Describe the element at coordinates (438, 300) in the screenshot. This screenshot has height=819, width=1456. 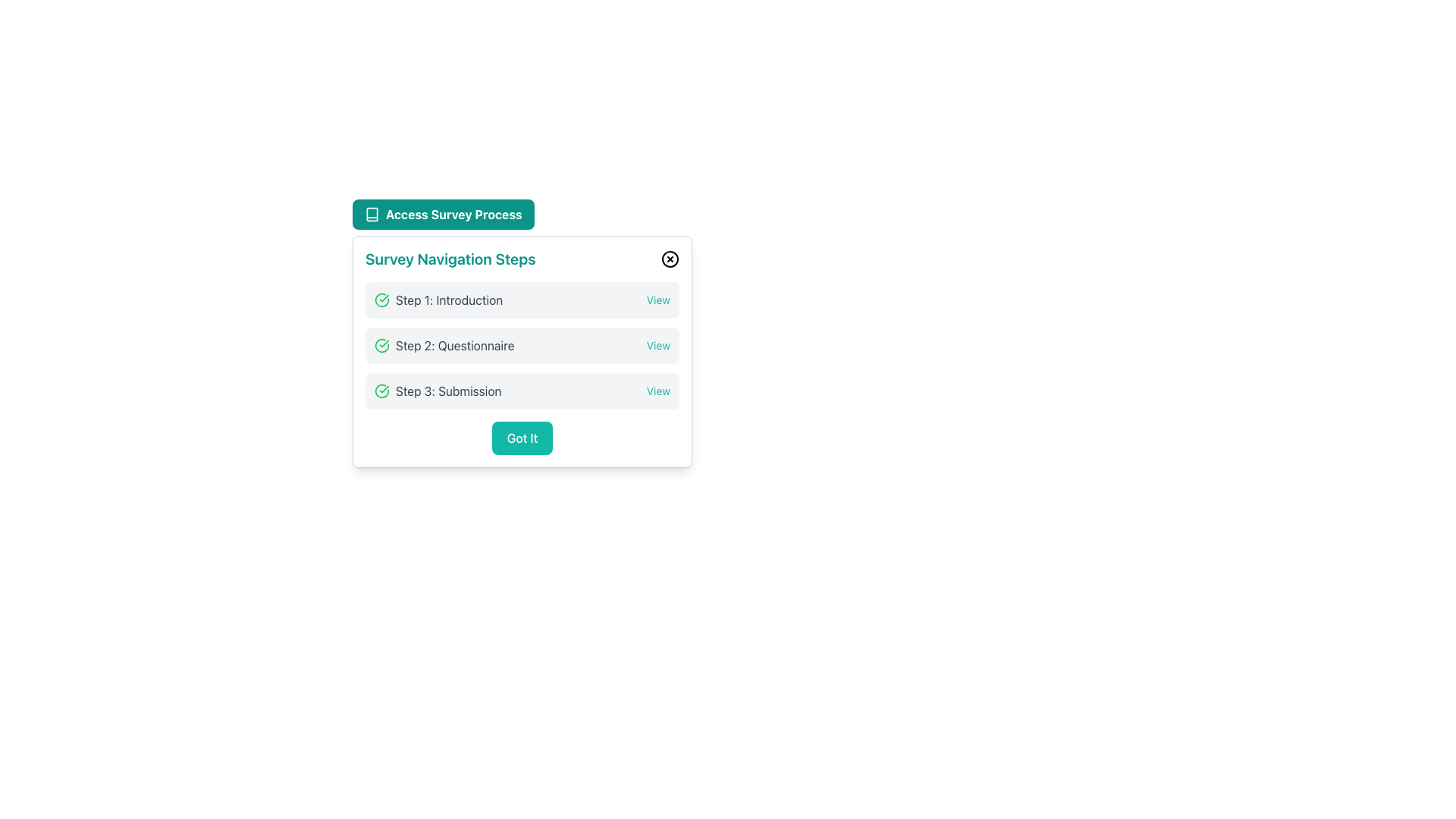
I see `the text label 'Step 1: Introduction' with a green circular icon indicating completion, located within the 'Survey Navigation Steps' card` at that location.